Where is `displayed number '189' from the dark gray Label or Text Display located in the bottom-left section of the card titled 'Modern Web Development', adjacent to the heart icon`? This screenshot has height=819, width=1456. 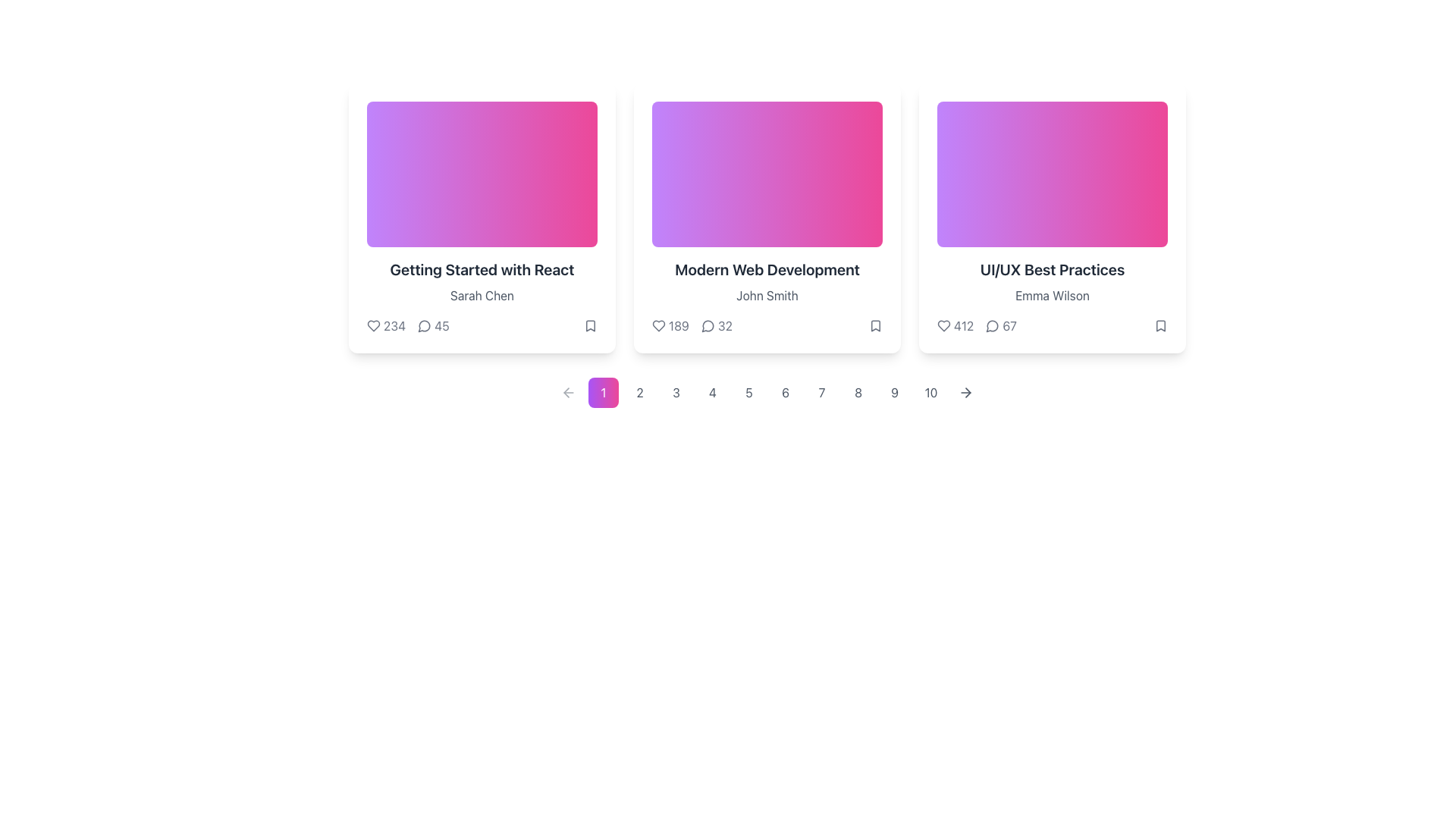
displayed number '189' from the dark gray Label or Text Display located in the bottom-left section of the card titled 'Modern Web Development', adjacent to the heart icon is located at coordinates (678, 325).